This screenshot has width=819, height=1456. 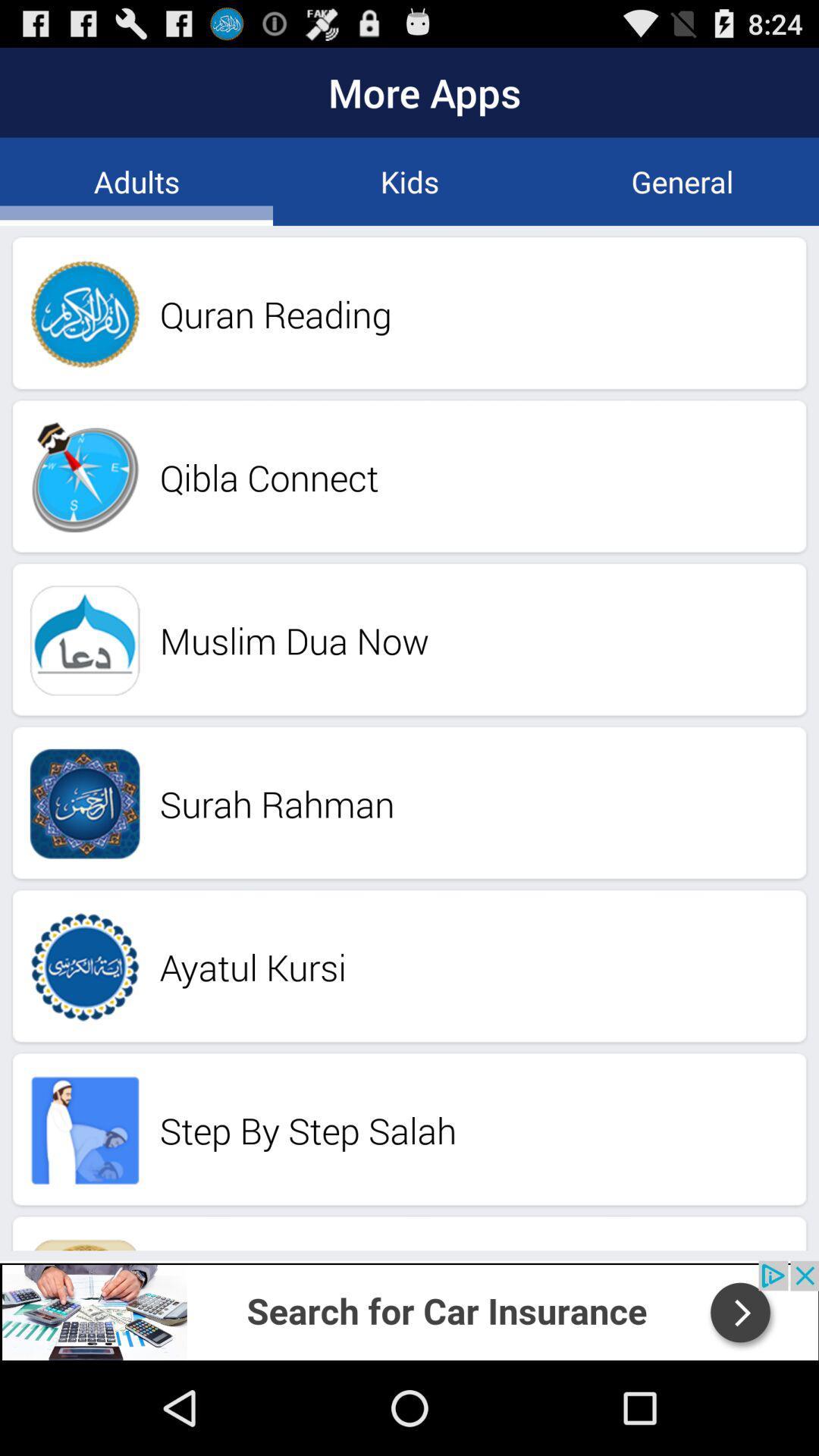 I want to click on click the search bar, so click(x=409, y=1310).